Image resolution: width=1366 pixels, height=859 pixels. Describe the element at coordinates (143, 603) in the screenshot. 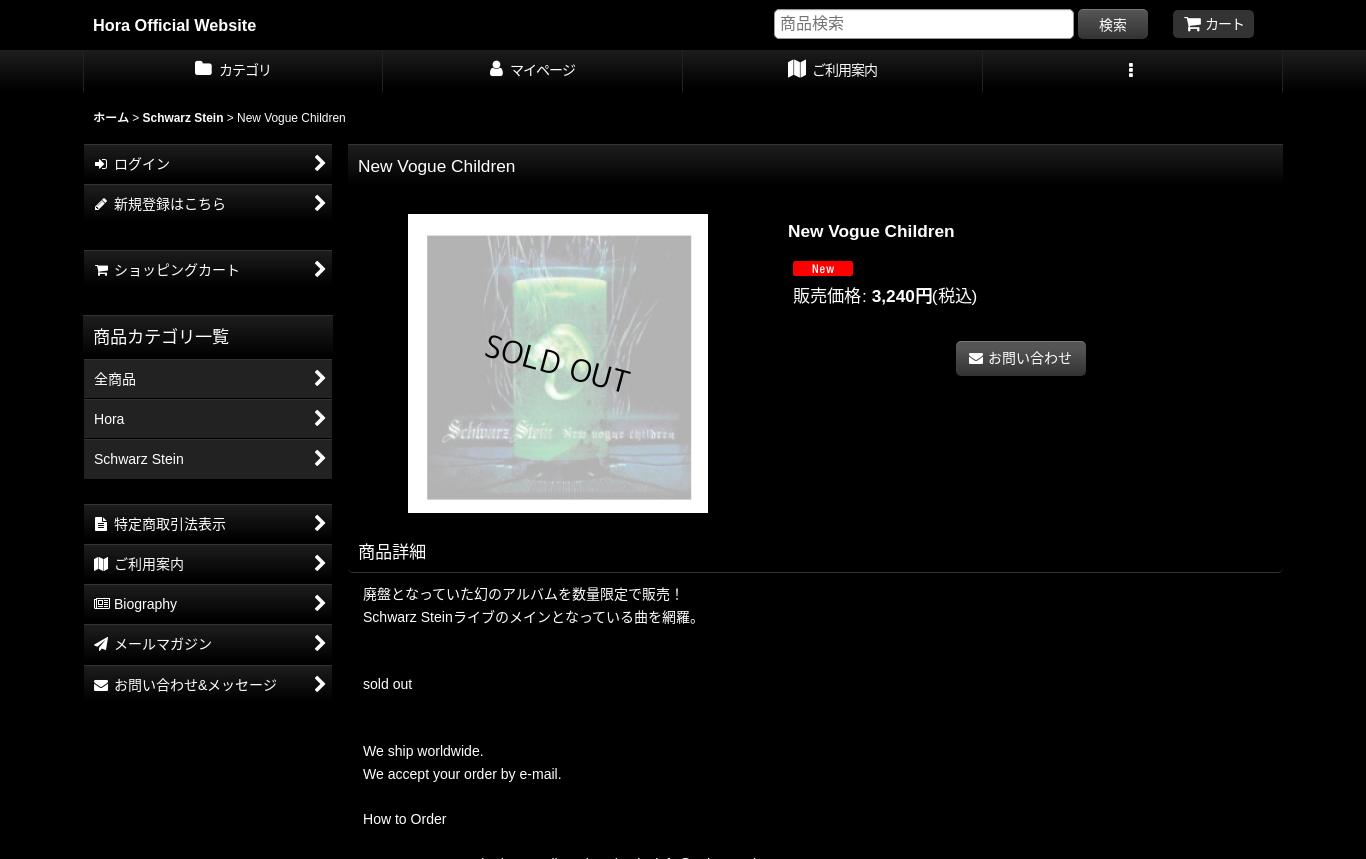

I see `'Biography'` at that location.